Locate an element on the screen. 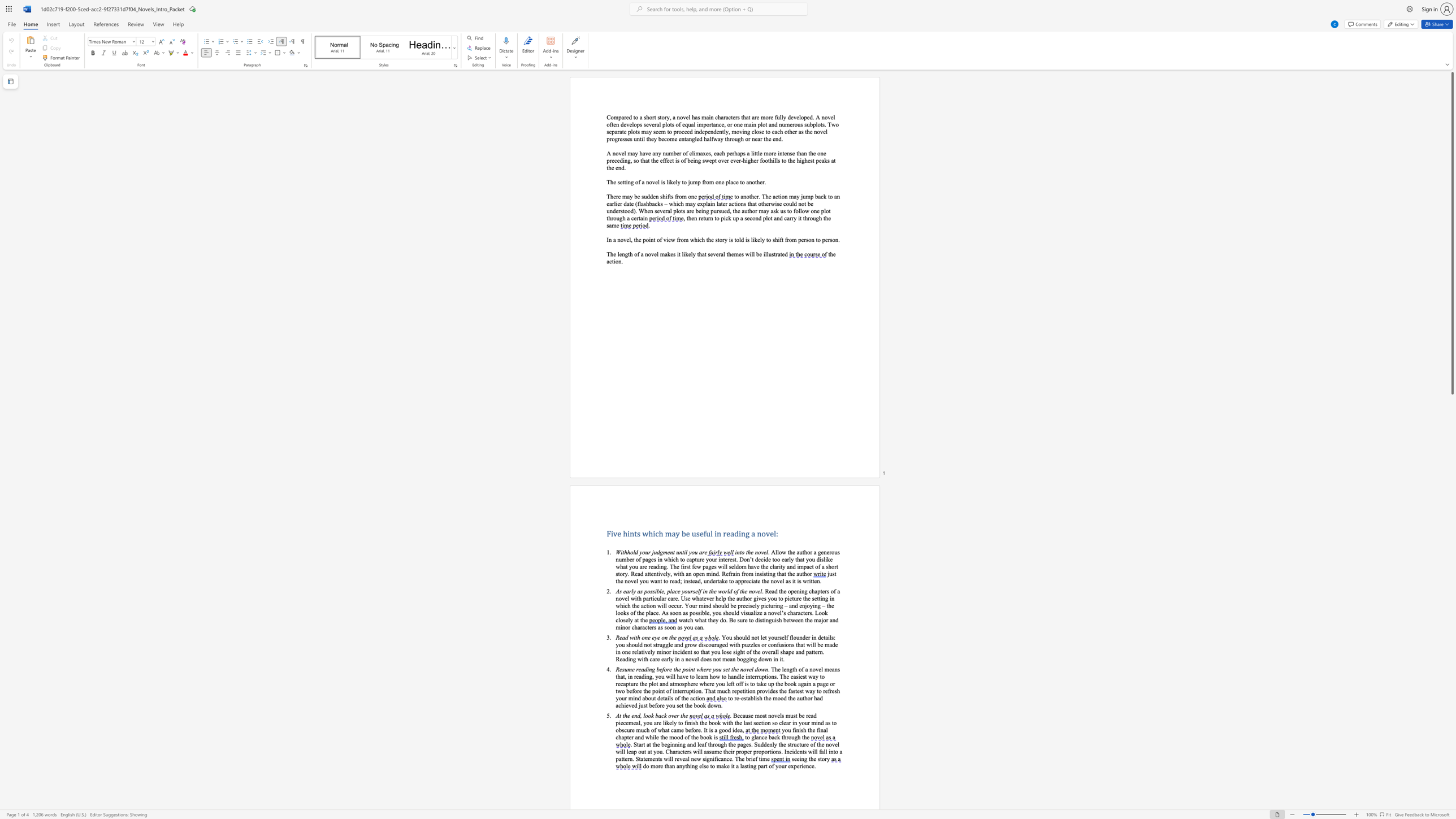 The width and height of the screenshot is (1456, 819). the subset text "with the last section so clear in your mind as to obscure muc" within the text "Because most novels must be read piecemeal, you are likely to finish the book with the last section so clear in your mind as to obscure much of what came before. It is" is located at coordinates (722, 722).